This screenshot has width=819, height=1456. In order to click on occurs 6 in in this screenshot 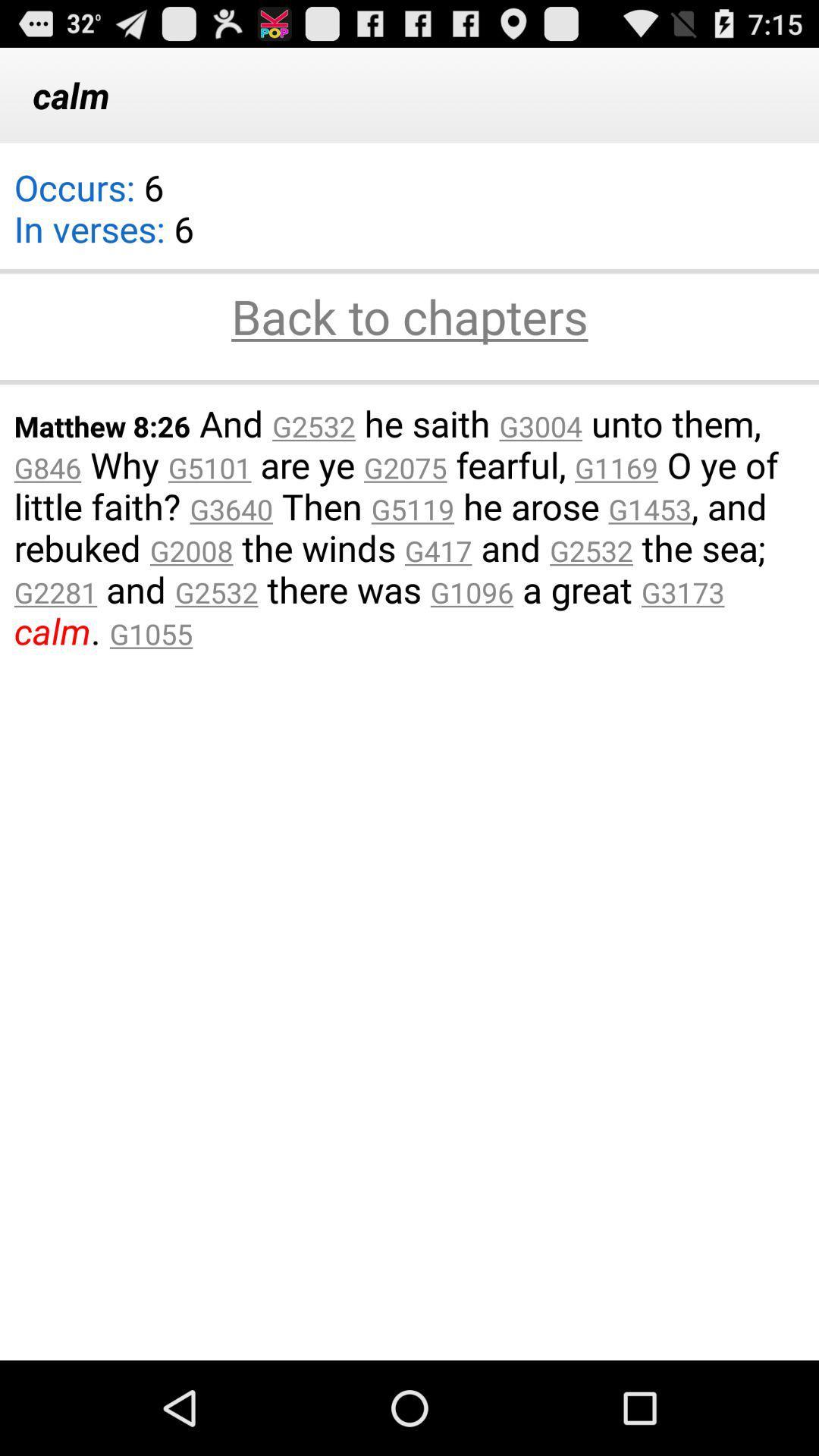, I will do `click(103, 217)`.